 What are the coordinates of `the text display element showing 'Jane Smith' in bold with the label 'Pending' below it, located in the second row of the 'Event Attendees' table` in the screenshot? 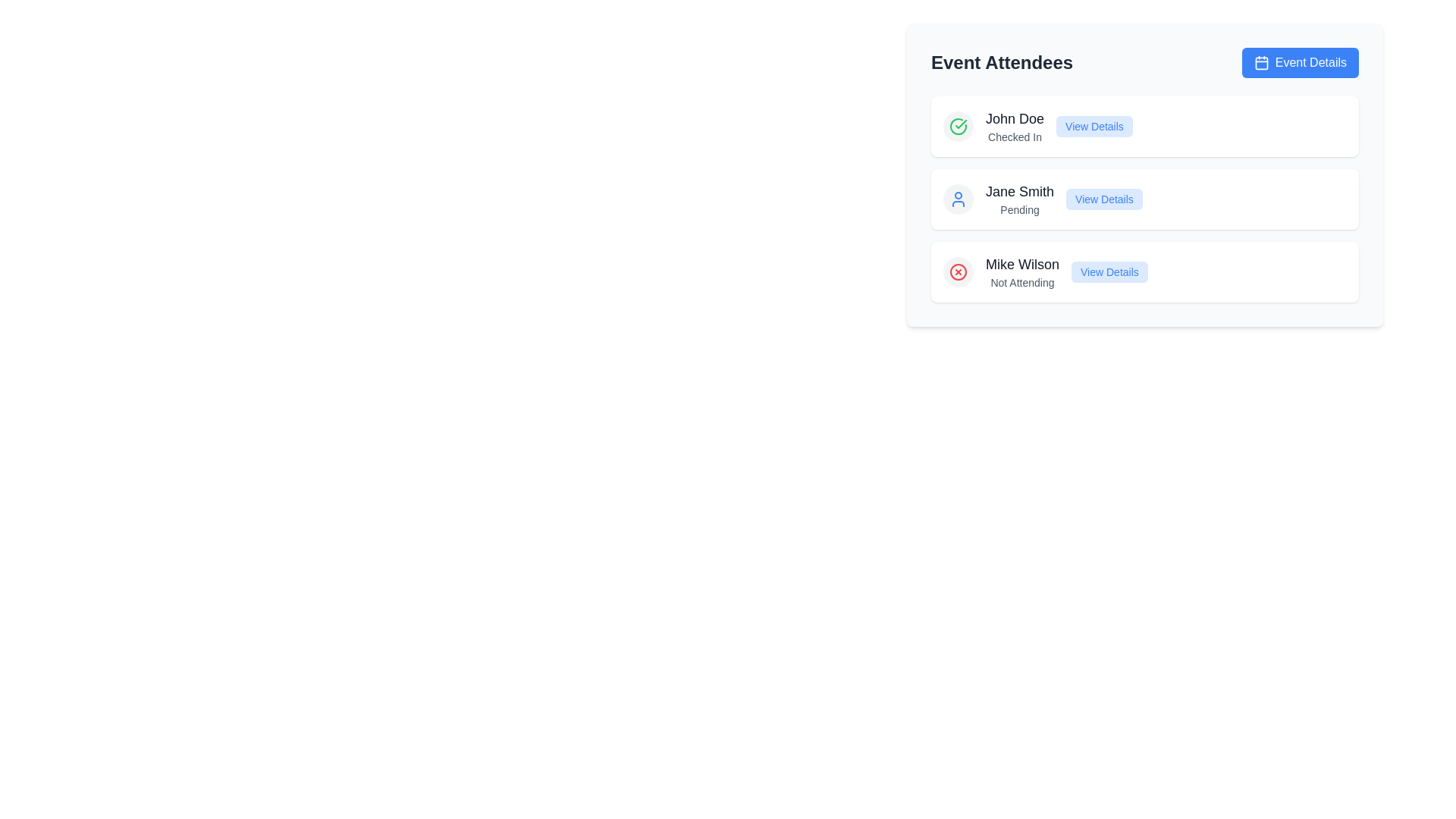 It's located at (1019, 198).